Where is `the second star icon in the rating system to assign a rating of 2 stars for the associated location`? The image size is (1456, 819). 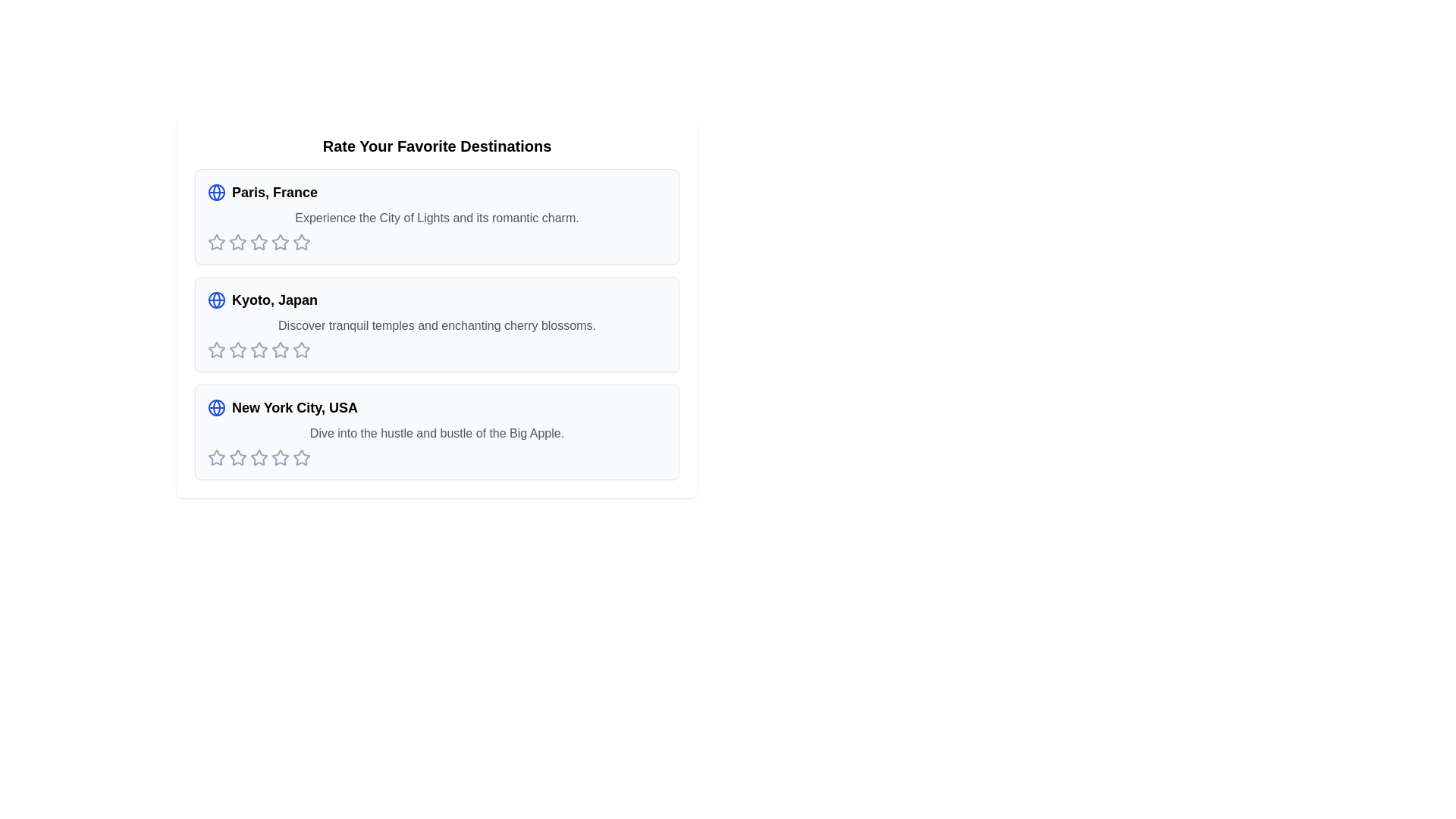 the second star icon in the rating system to assign a rating of 2 stars for the associated location is located at coordinates (259, 241).